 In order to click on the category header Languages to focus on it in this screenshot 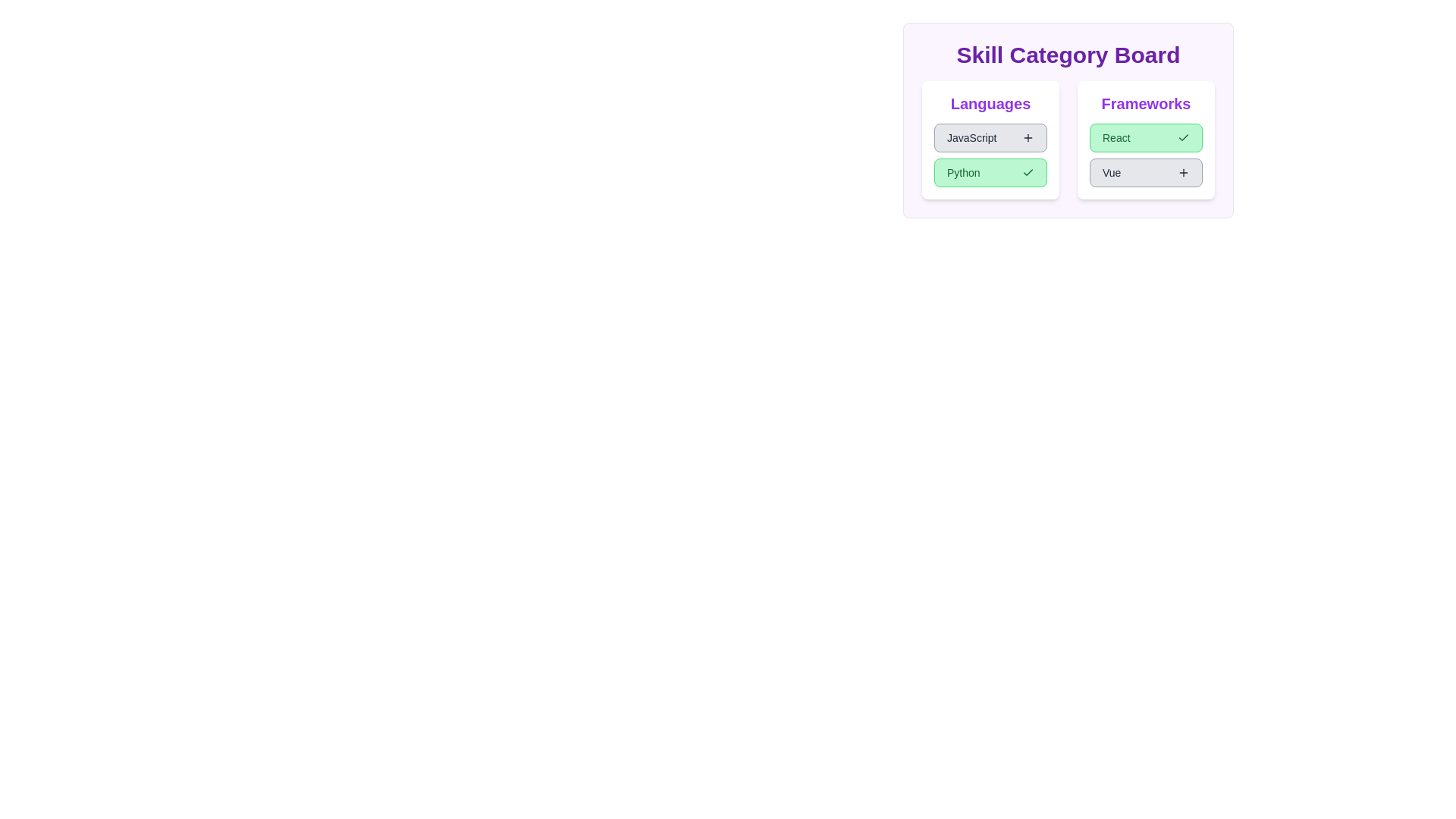, I will do `click(990, 103)`.